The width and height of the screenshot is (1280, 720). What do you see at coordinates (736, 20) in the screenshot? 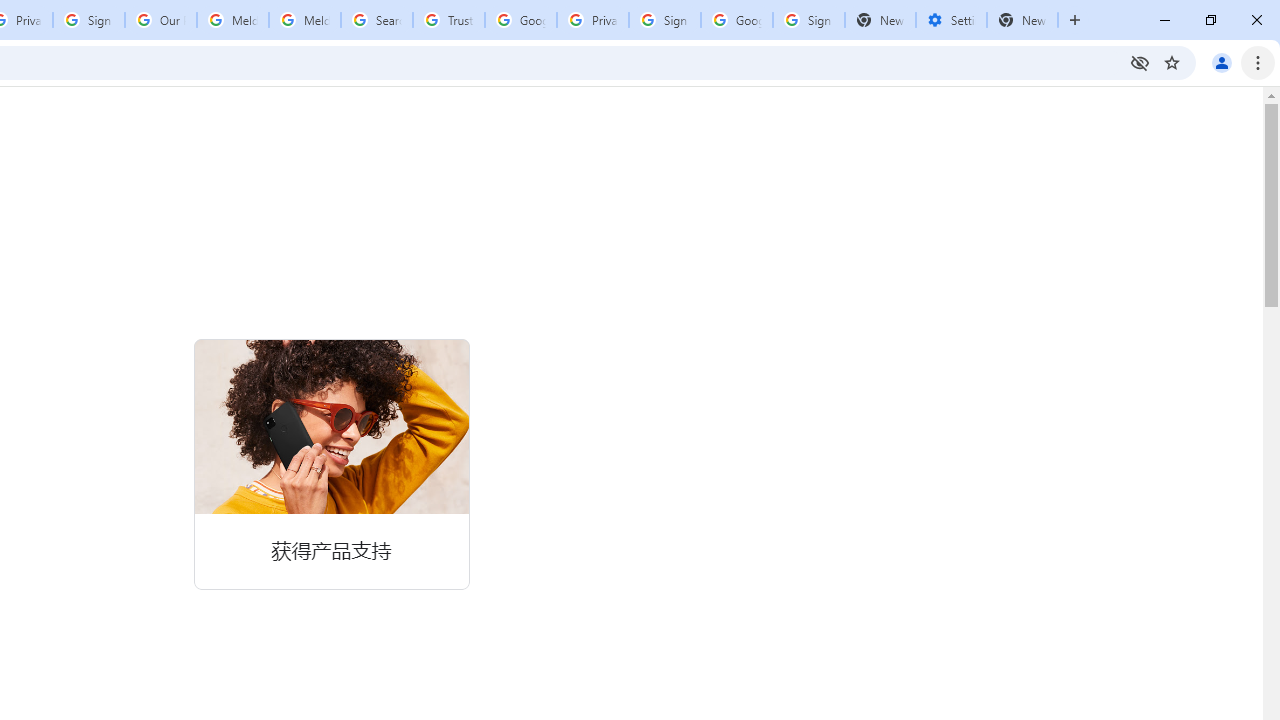
I see `'Google Cybersecurity Innovations - Google Safety Center'` at bounding box center [736, 20].